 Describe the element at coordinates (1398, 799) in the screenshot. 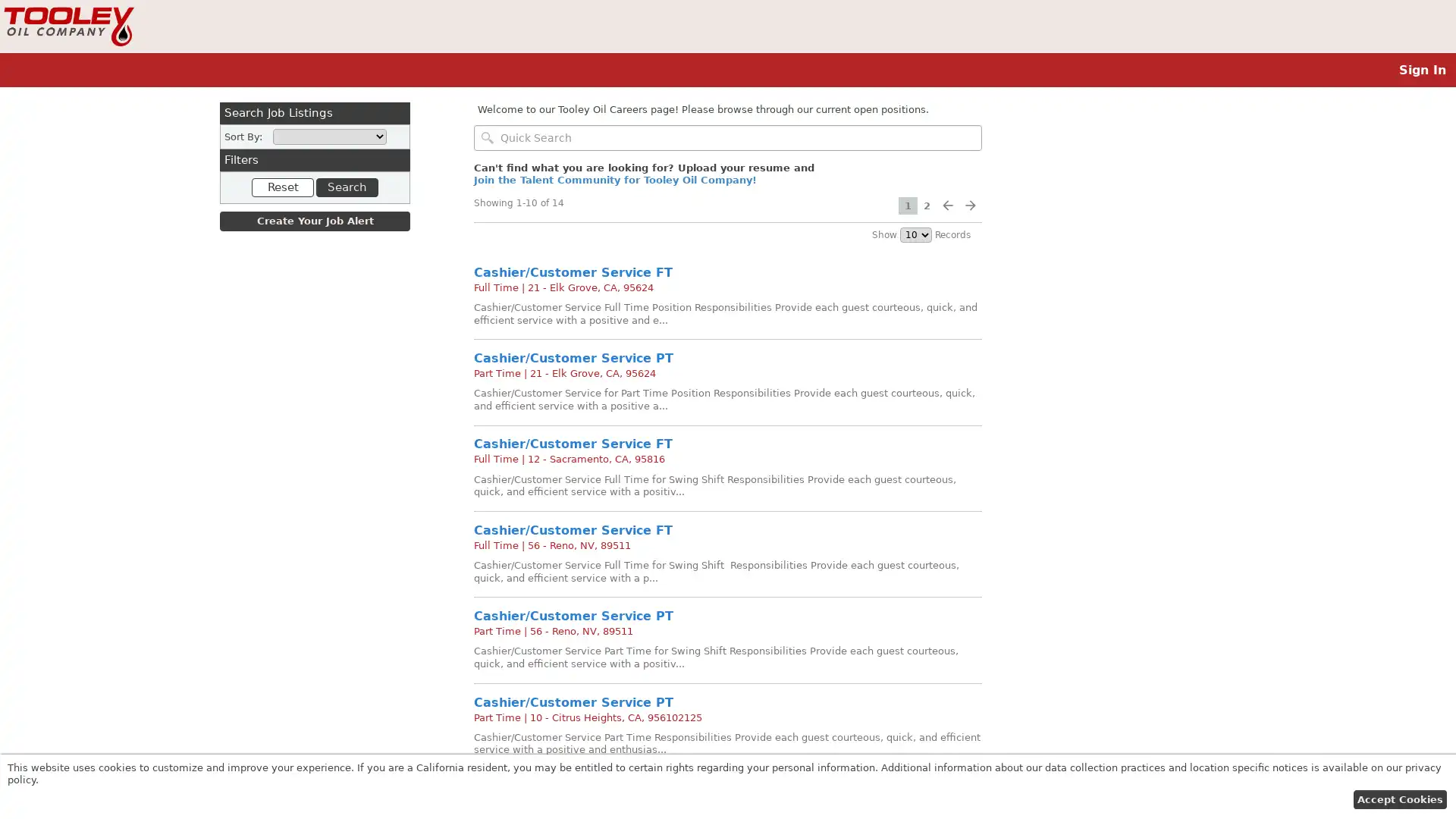

I see `Accept Cookies` at that location.